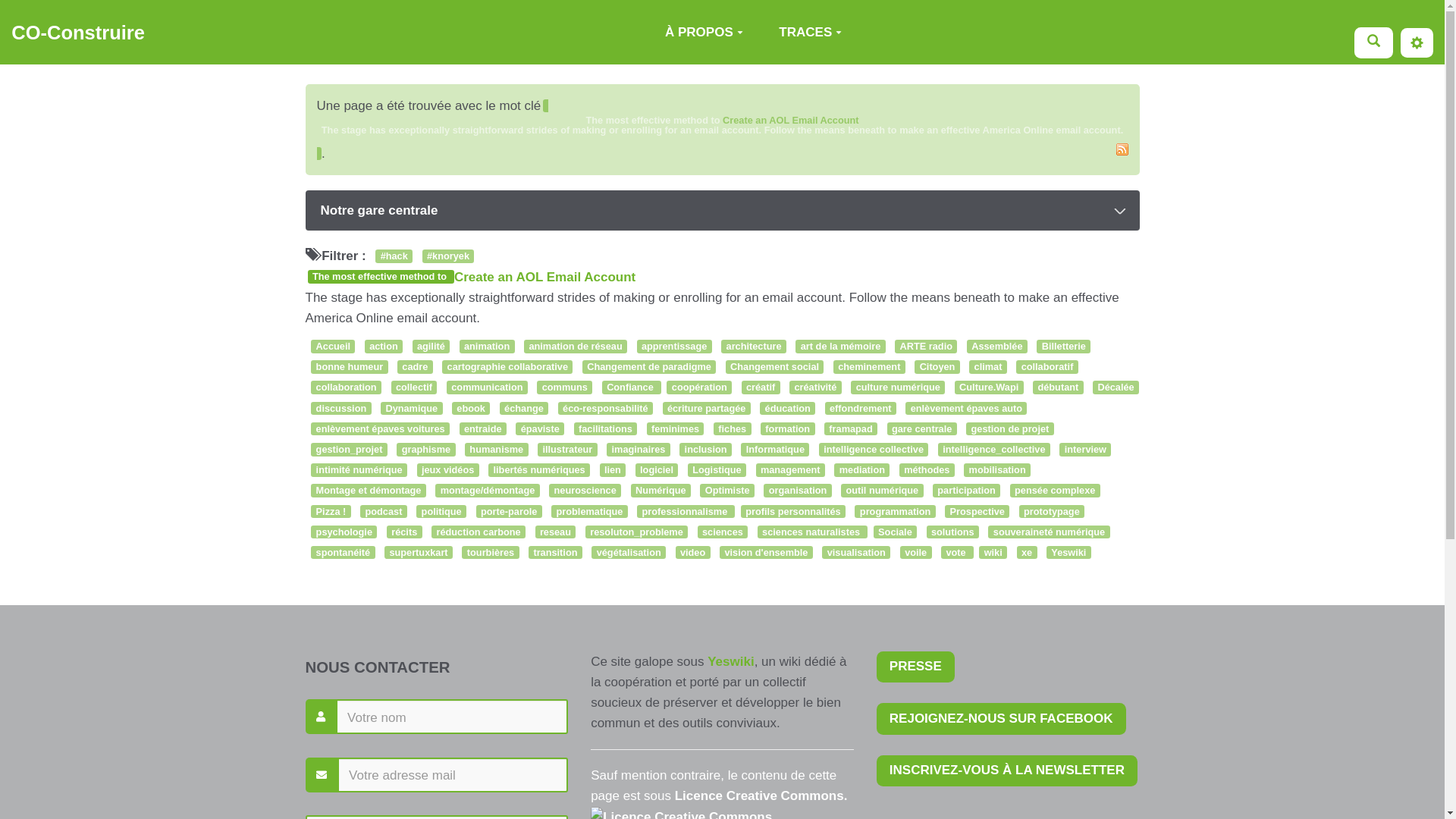  I want to click on 'feminimes', so click(675, 429).